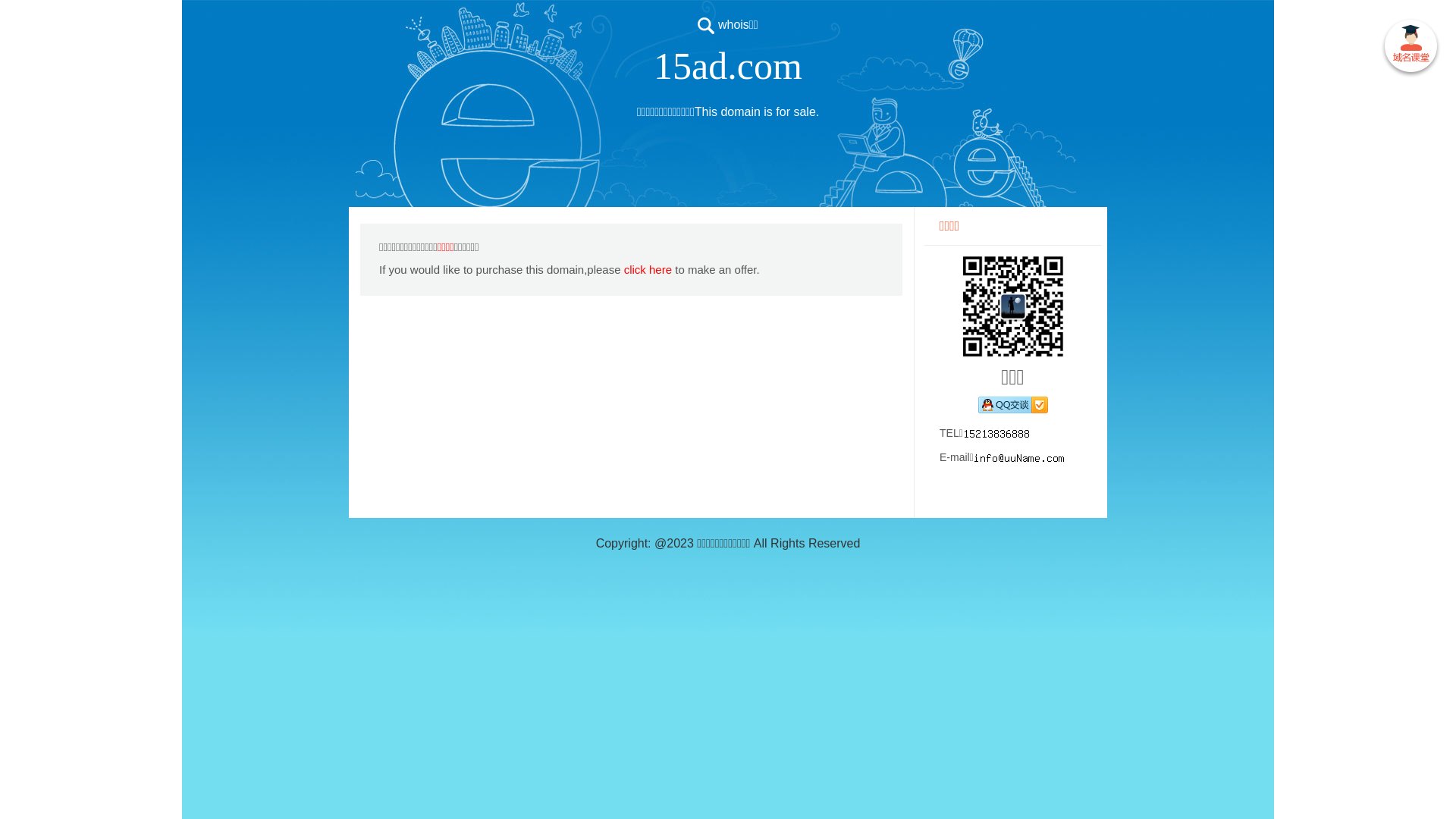 The height and width of the screenshot is (819, 1456). I want to click on ' ', so click(1410, 47).